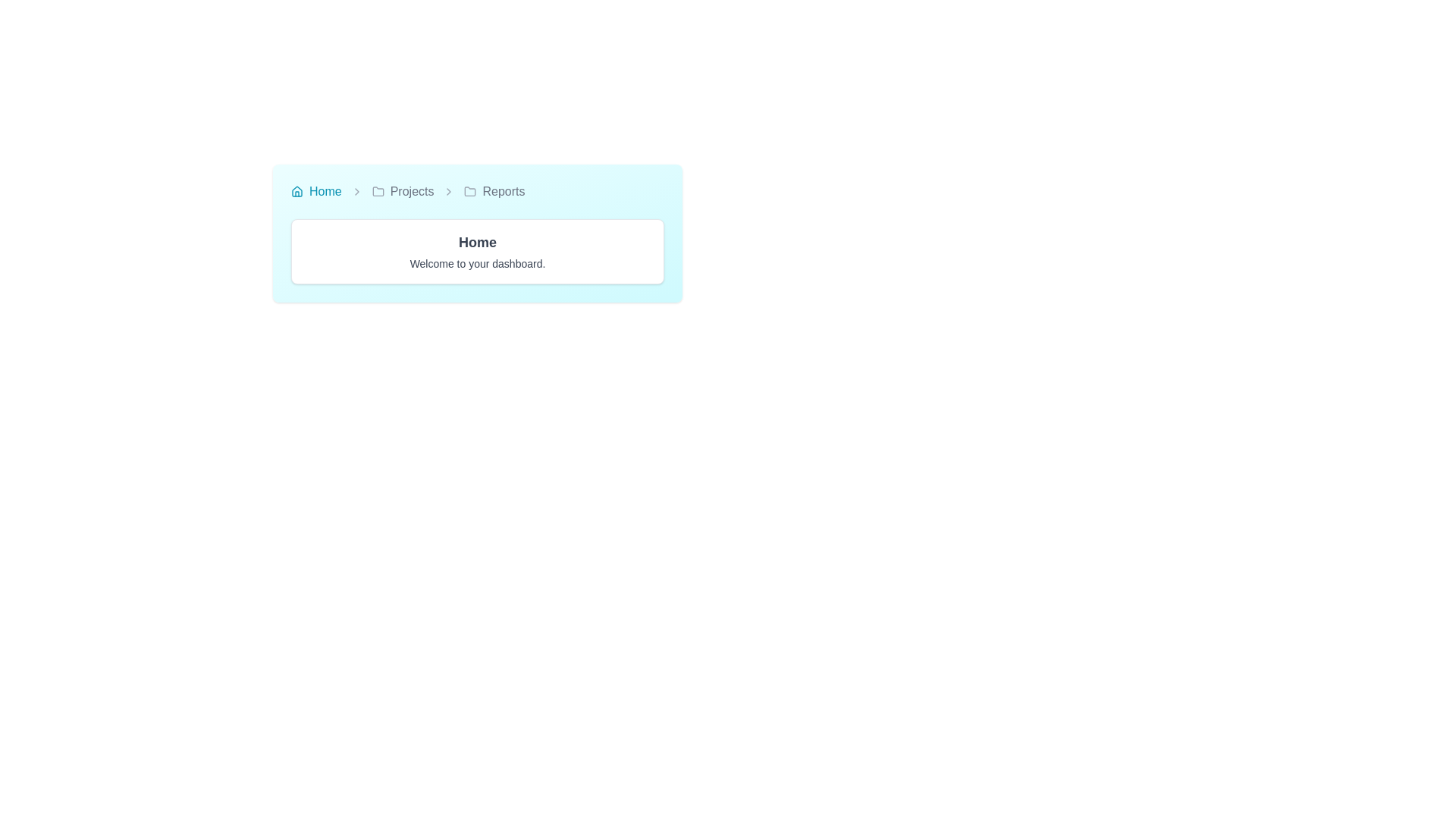 Image resolution: width=1456 pixels, height=819 pixels. Describe the element at coordinates (476, 242) in the screenshot. I see `the primary header Text label, which is centered in a bordered and shadowed rectangle on a light blue background` at that location.